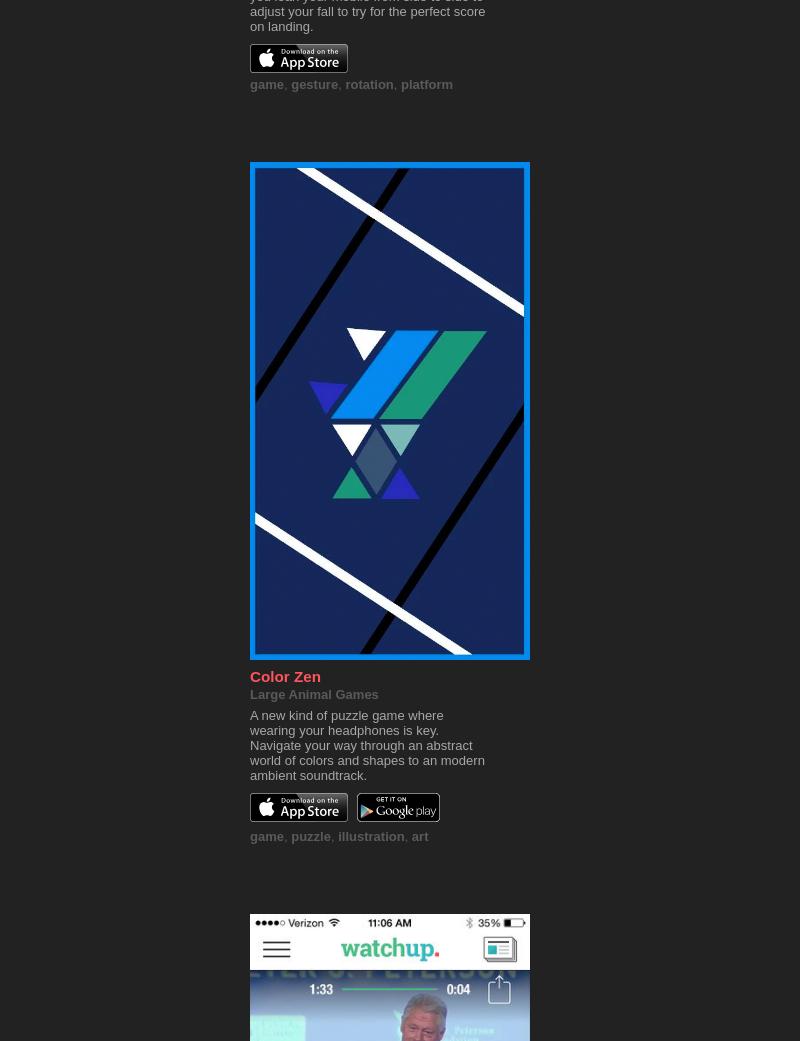 The height and width of the screenshot is (1041, 800). Describe the element at coordinates (419, 835) in the screenshot. I see `'art'` at that location.